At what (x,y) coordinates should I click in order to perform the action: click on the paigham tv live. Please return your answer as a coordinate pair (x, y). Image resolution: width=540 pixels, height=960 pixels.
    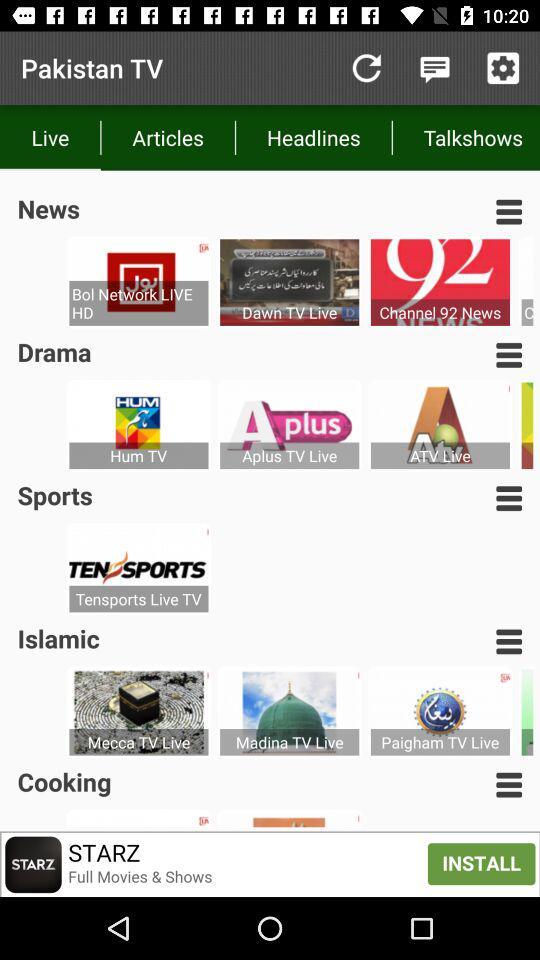
    Looking at the image, I should click on (440, 741).